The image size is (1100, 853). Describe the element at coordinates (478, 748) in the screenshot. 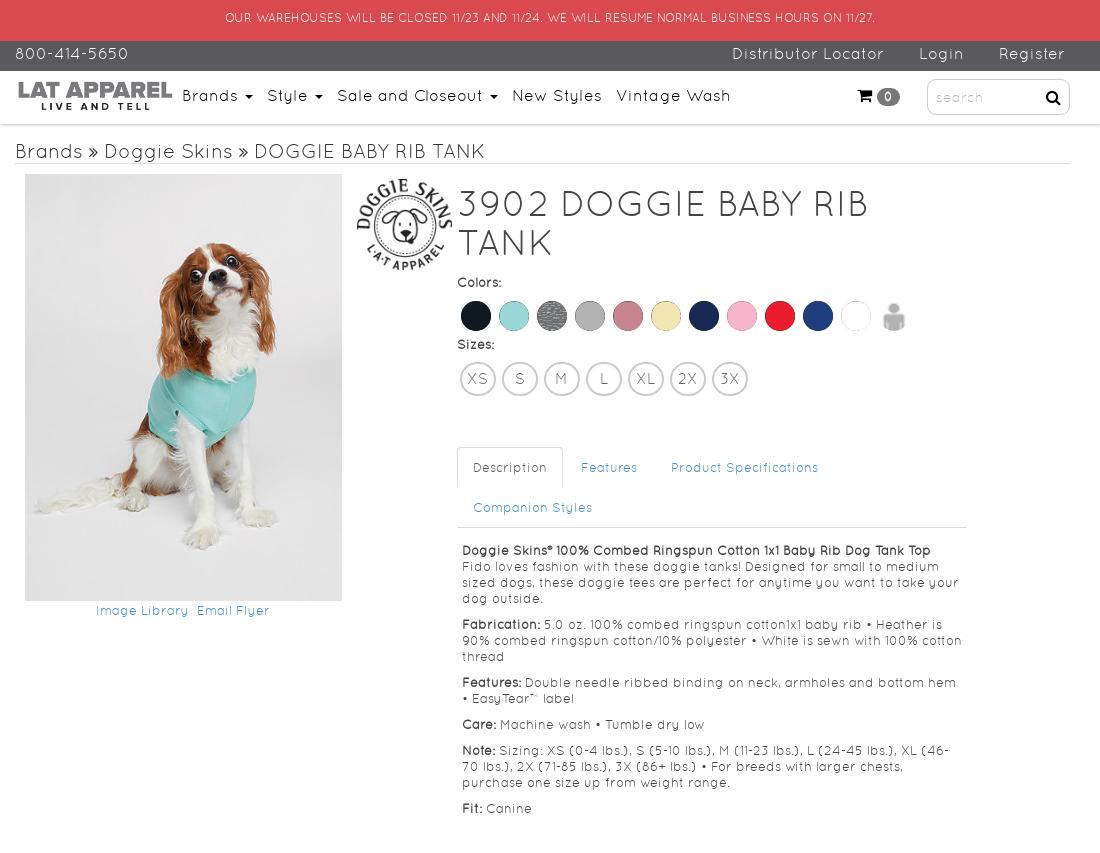

I see `'Note:'` at that location.